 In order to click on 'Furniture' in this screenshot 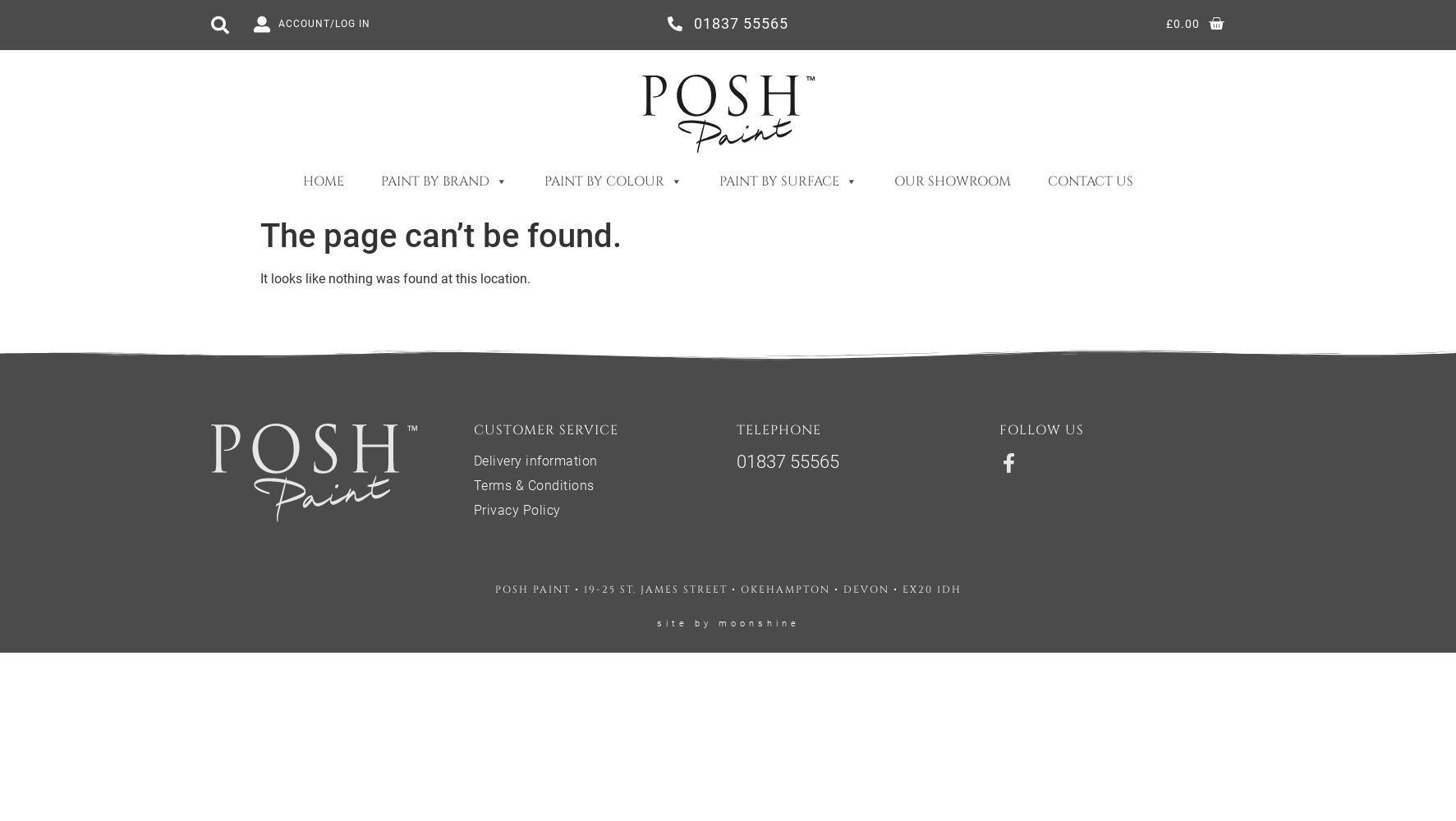, I will do `click(1082, 237)`.